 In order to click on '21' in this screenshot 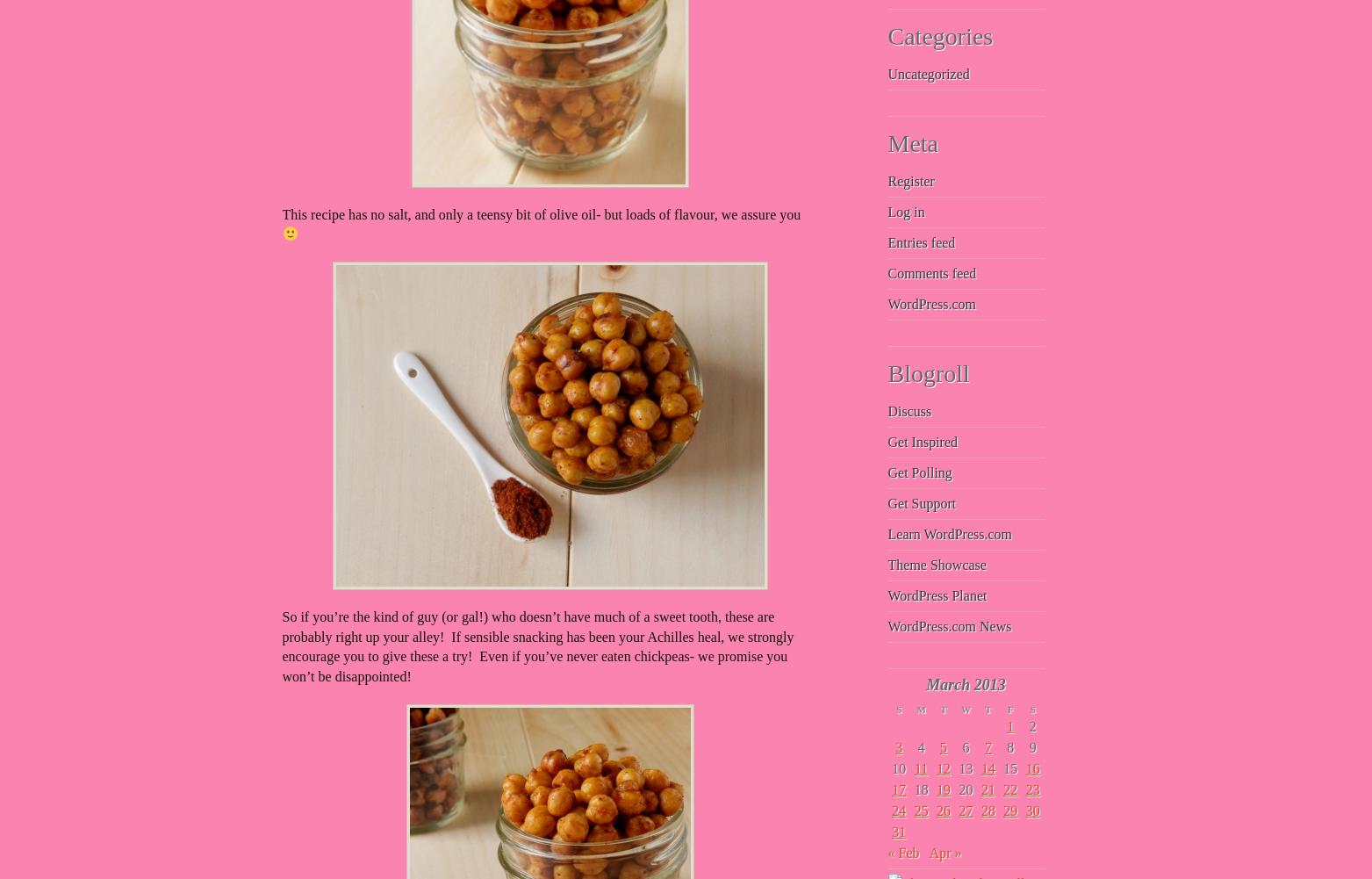, I will do `click(980, 789)`.